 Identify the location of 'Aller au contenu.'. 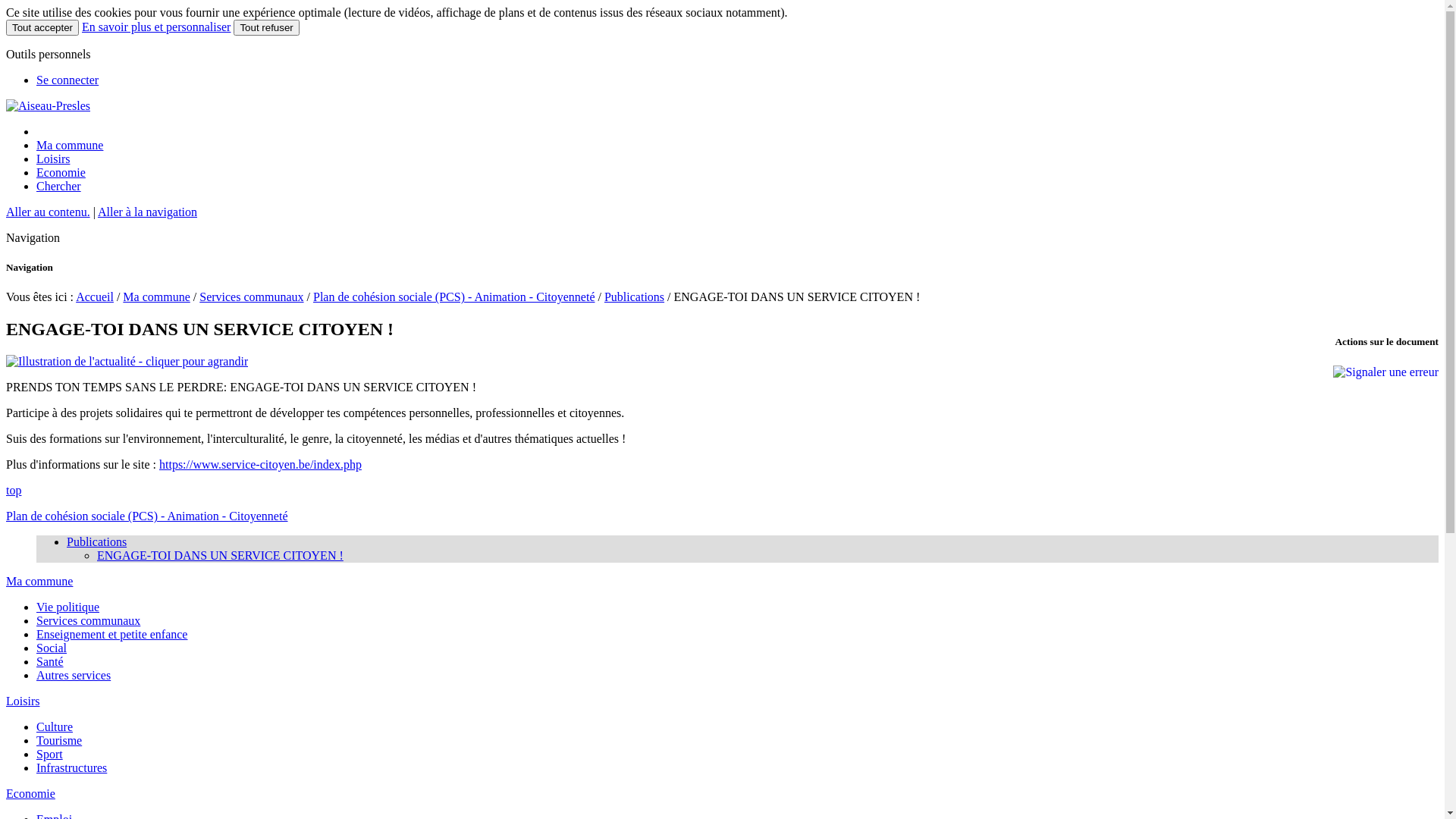
(48, 212).